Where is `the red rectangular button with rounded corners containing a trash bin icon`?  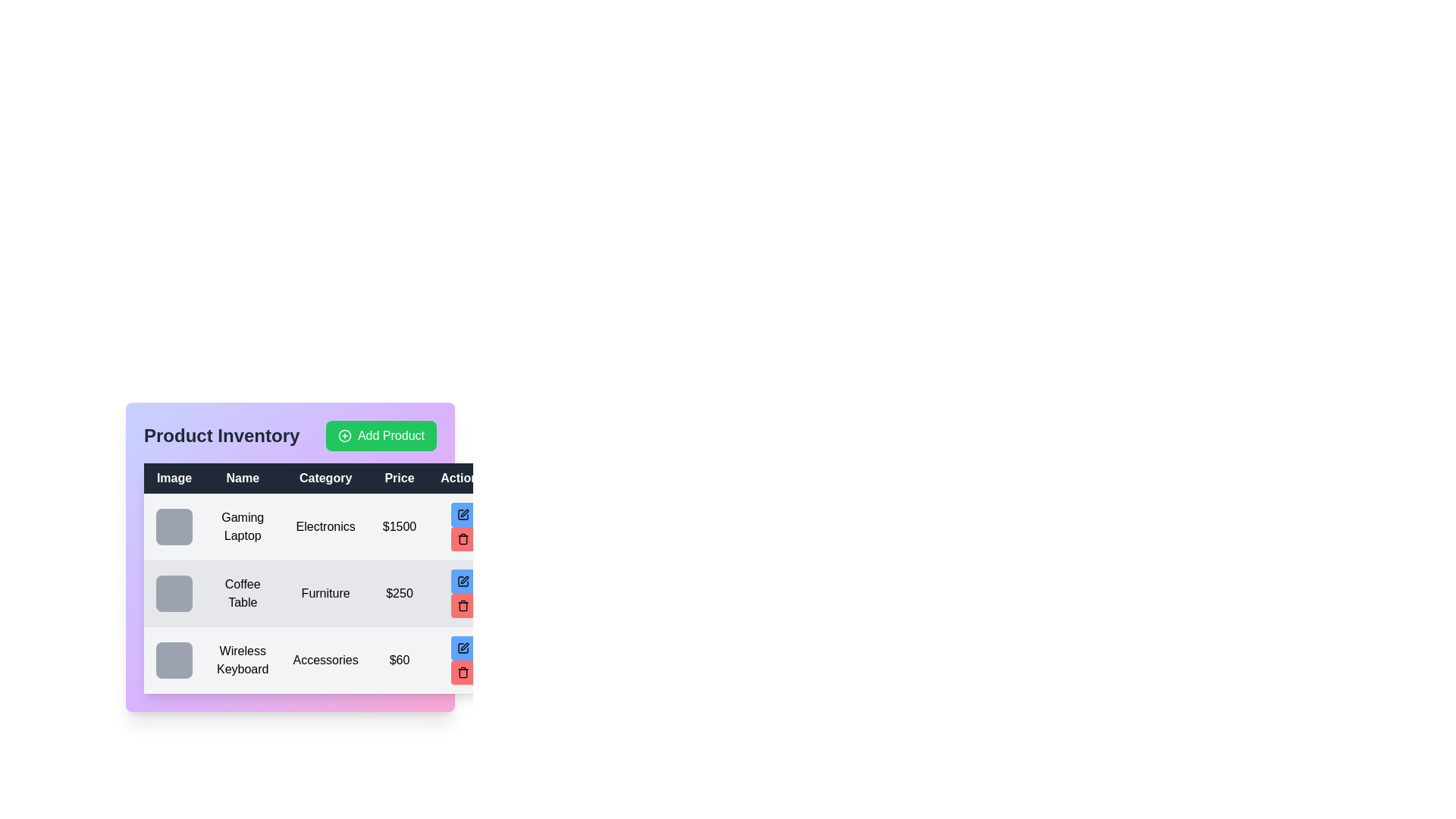 the red rectangular button with rounded corners containing a trash bin icon is located at coordinates (462, 593).